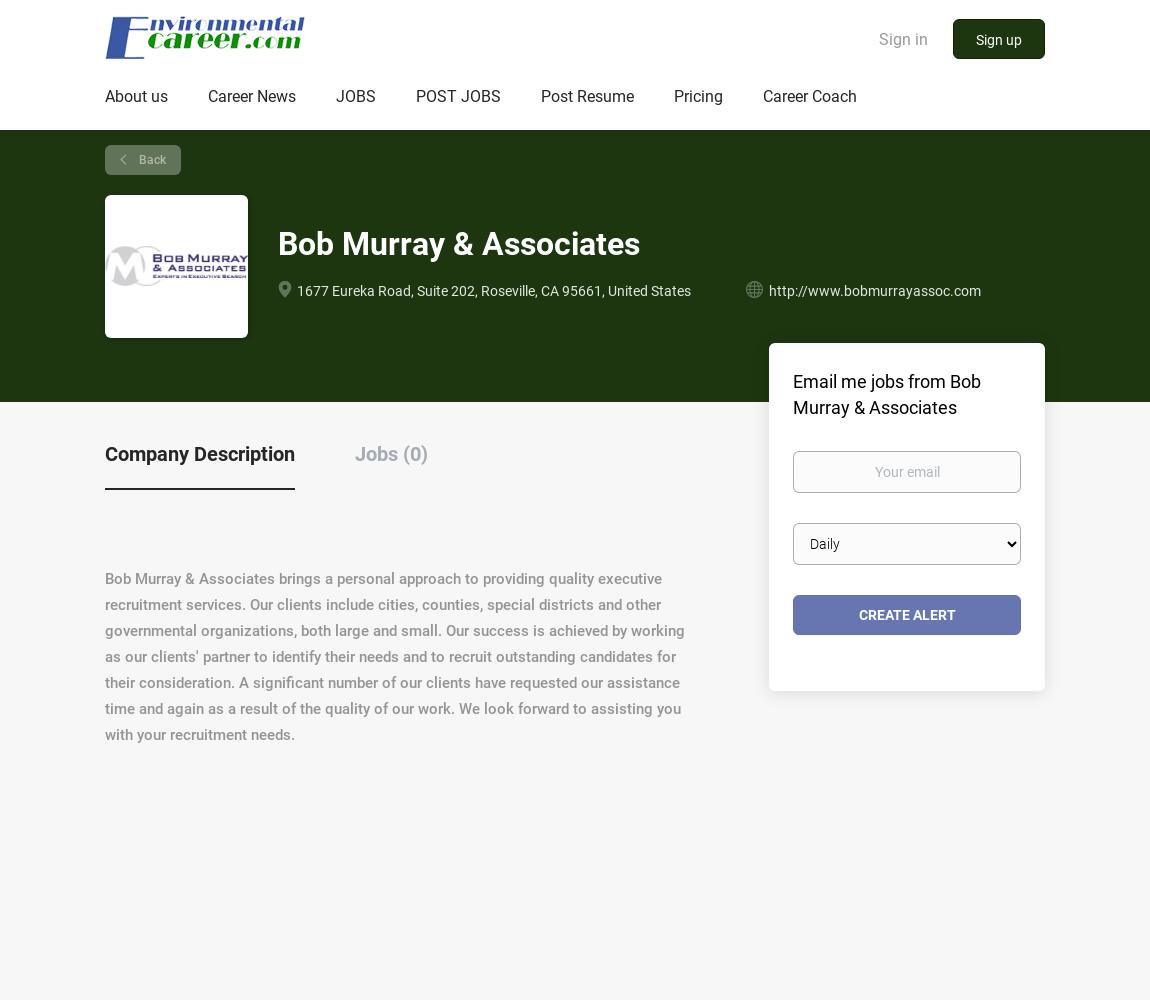 This screenshot has height=1000, width=1150. Describe the element at coordinates (198, 452) in the screenshot. I see `'Company Description'` at that location.